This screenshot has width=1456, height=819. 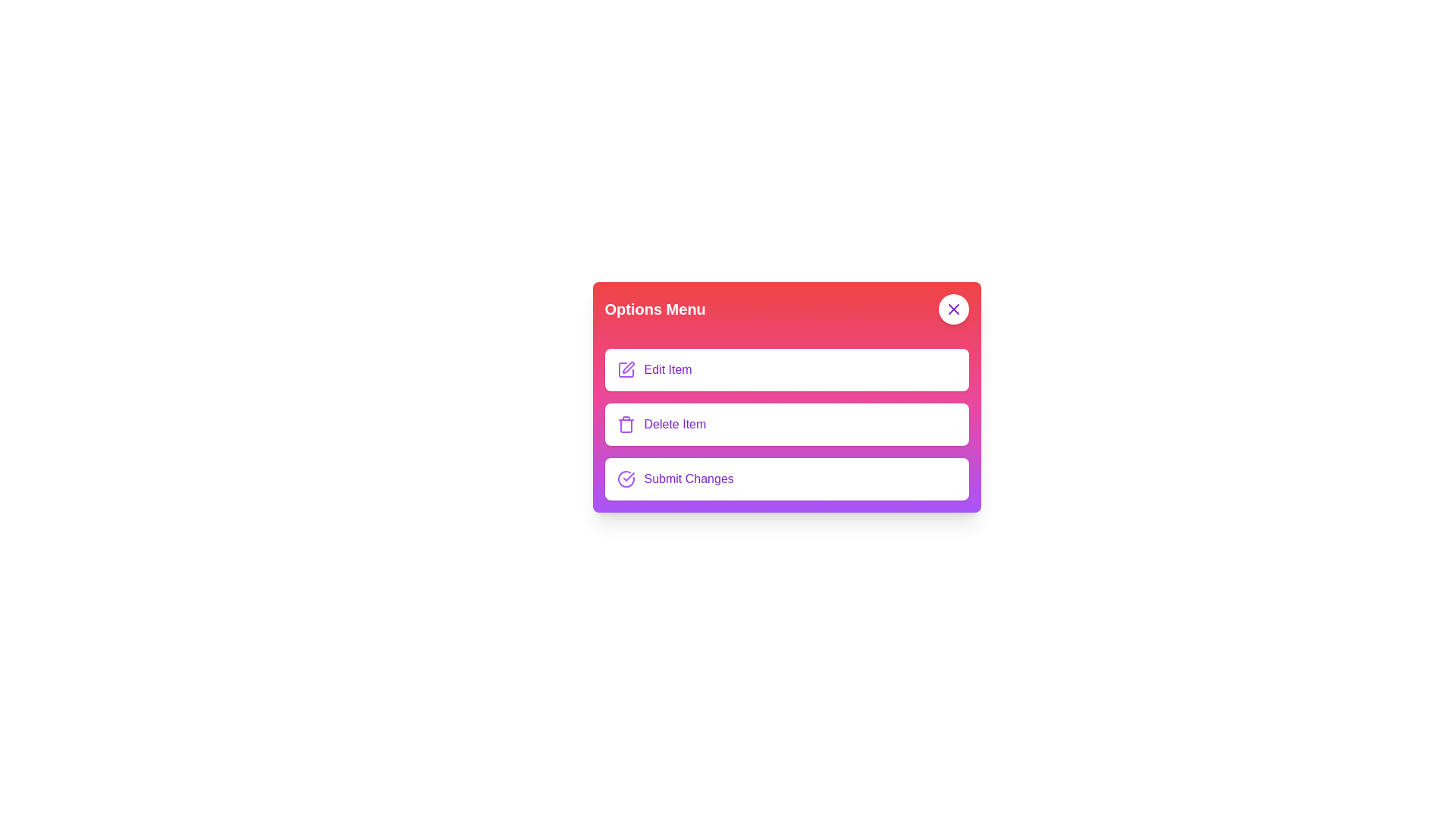 I want to click on the close button to toggle the menu visibility, so click(x=952, y=309).